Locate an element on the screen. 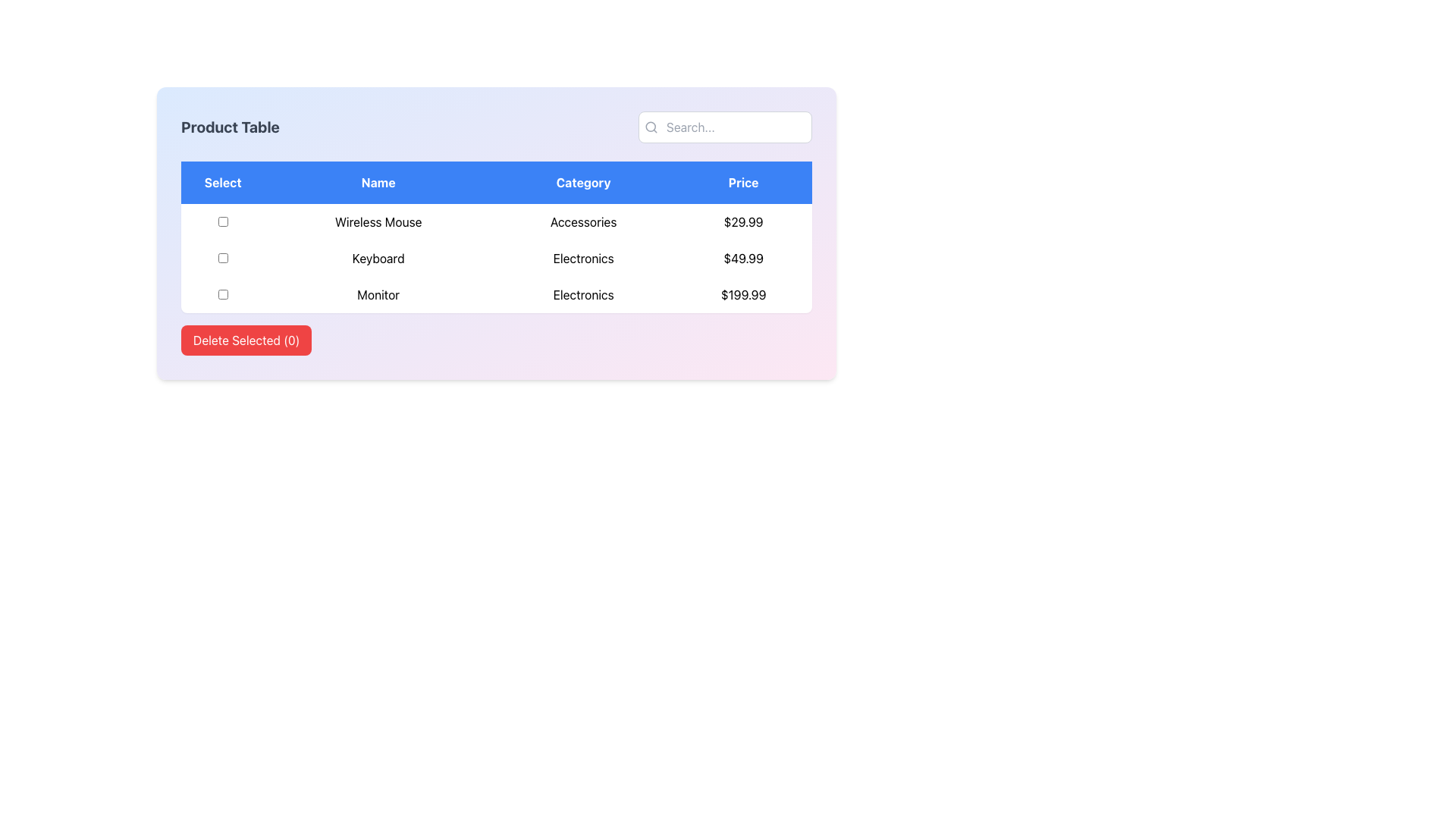 Image resolution: width=1456 pixels, height=819 pixels. the checkbox in the 'Select' column of the first row to check or uncheck the 'Wireless Mouse' option is located at coordinates (222, 221).